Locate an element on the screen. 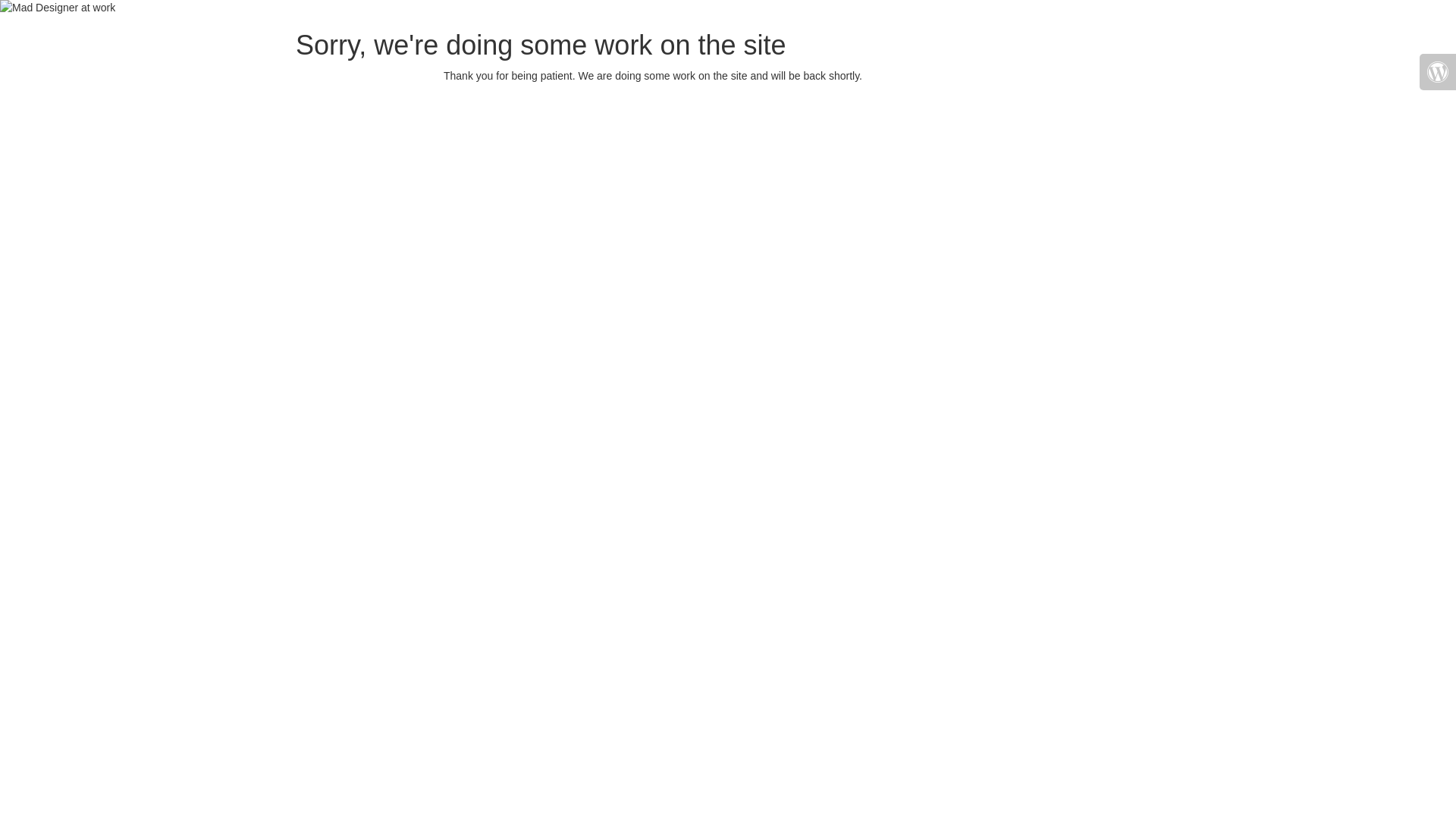 Image resolution: width=1456 pixels, height=819 pixels. 'Mad Designer at work' is located at coordinates (0, 8).